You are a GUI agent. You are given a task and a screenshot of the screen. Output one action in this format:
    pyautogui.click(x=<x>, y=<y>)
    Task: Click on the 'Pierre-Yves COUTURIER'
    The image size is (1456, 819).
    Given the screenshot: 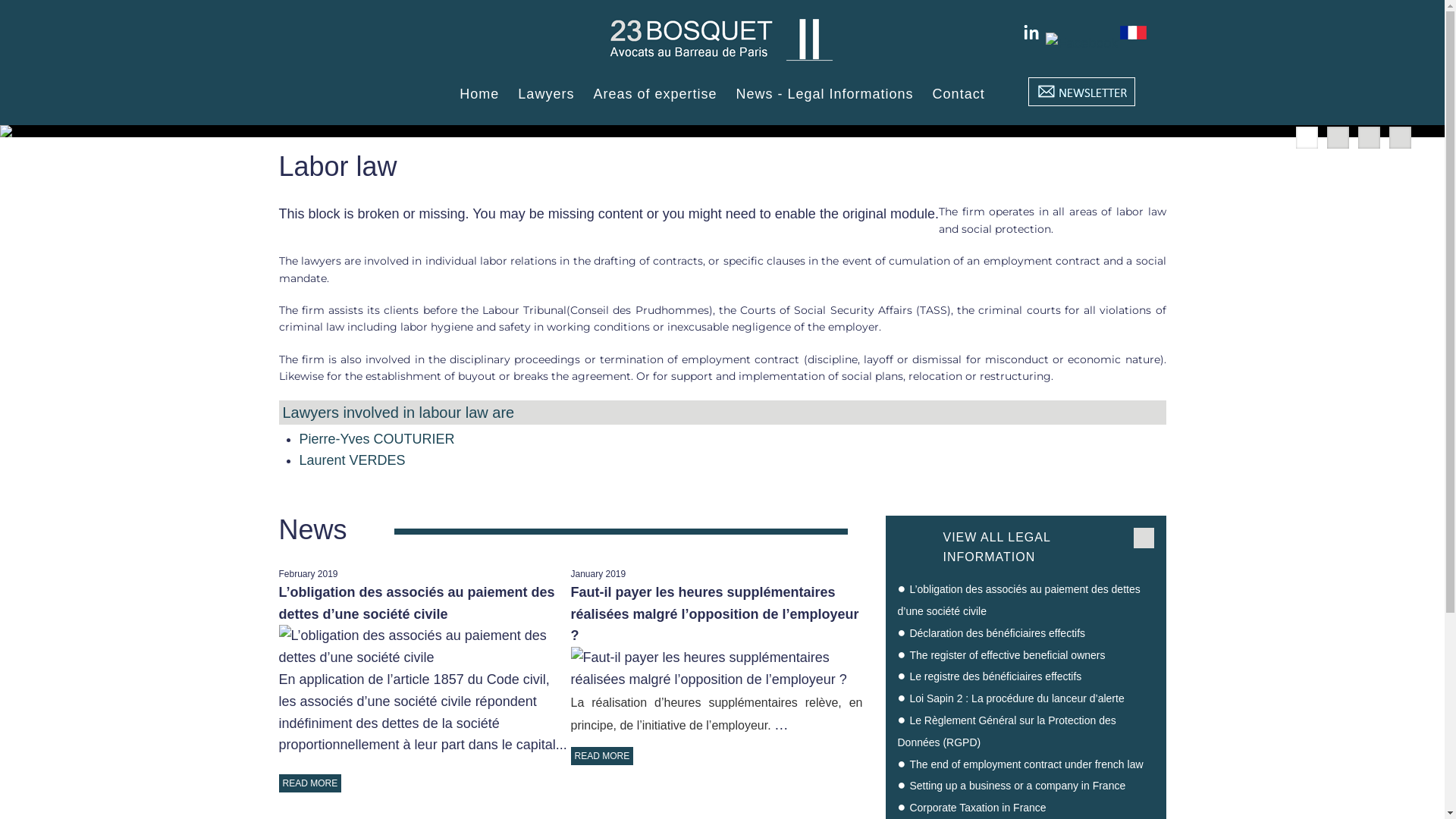 What is the action you would take?
    pyautogui.click(x=376, y=438)
    